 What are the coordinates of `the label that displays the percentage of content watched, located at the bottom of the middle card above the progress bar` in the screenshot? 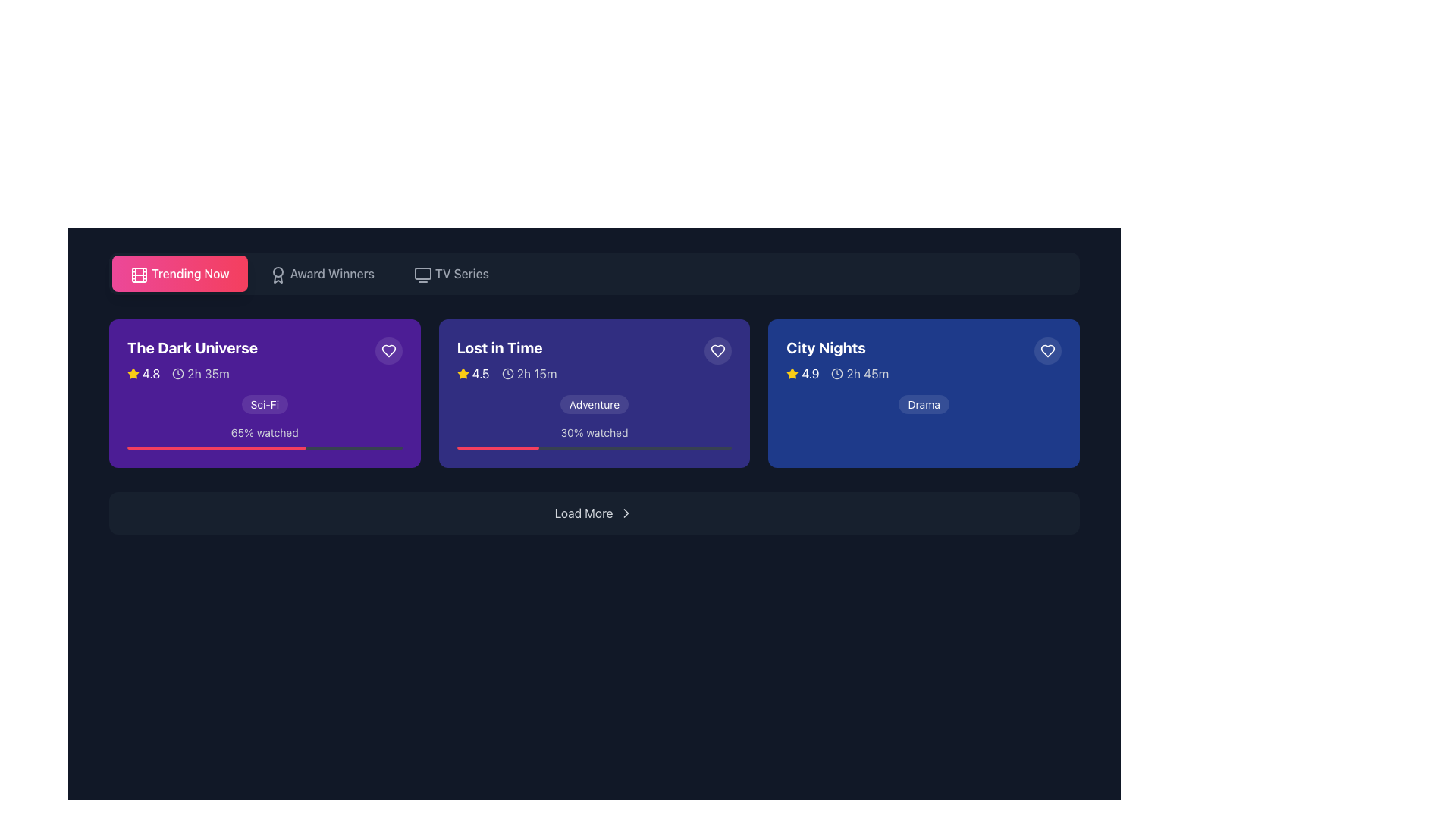 It's located at (593, 432).